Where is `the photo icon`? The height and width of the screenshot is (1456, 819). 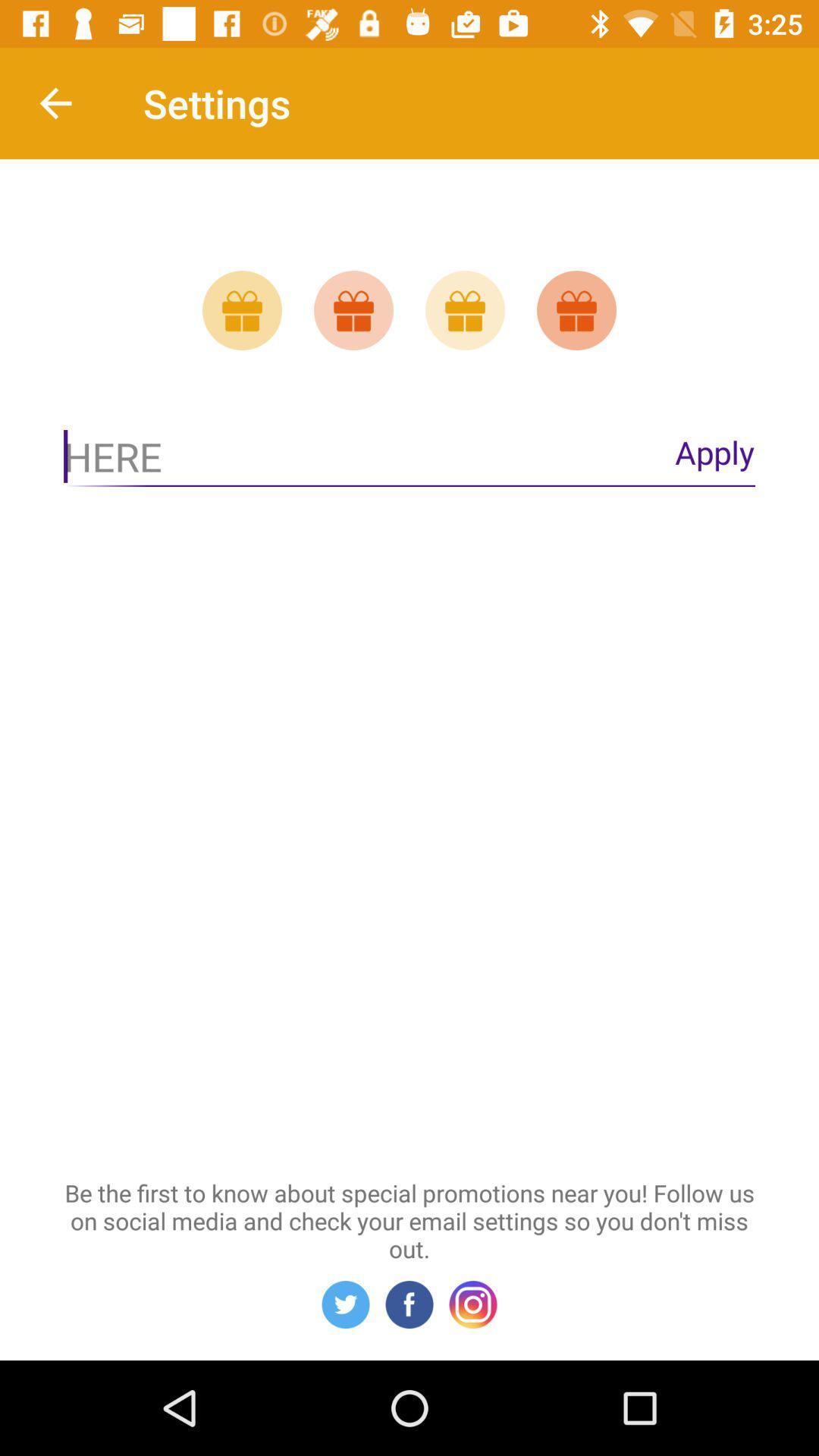
the photo icon is located at coordinates (472, 1304).